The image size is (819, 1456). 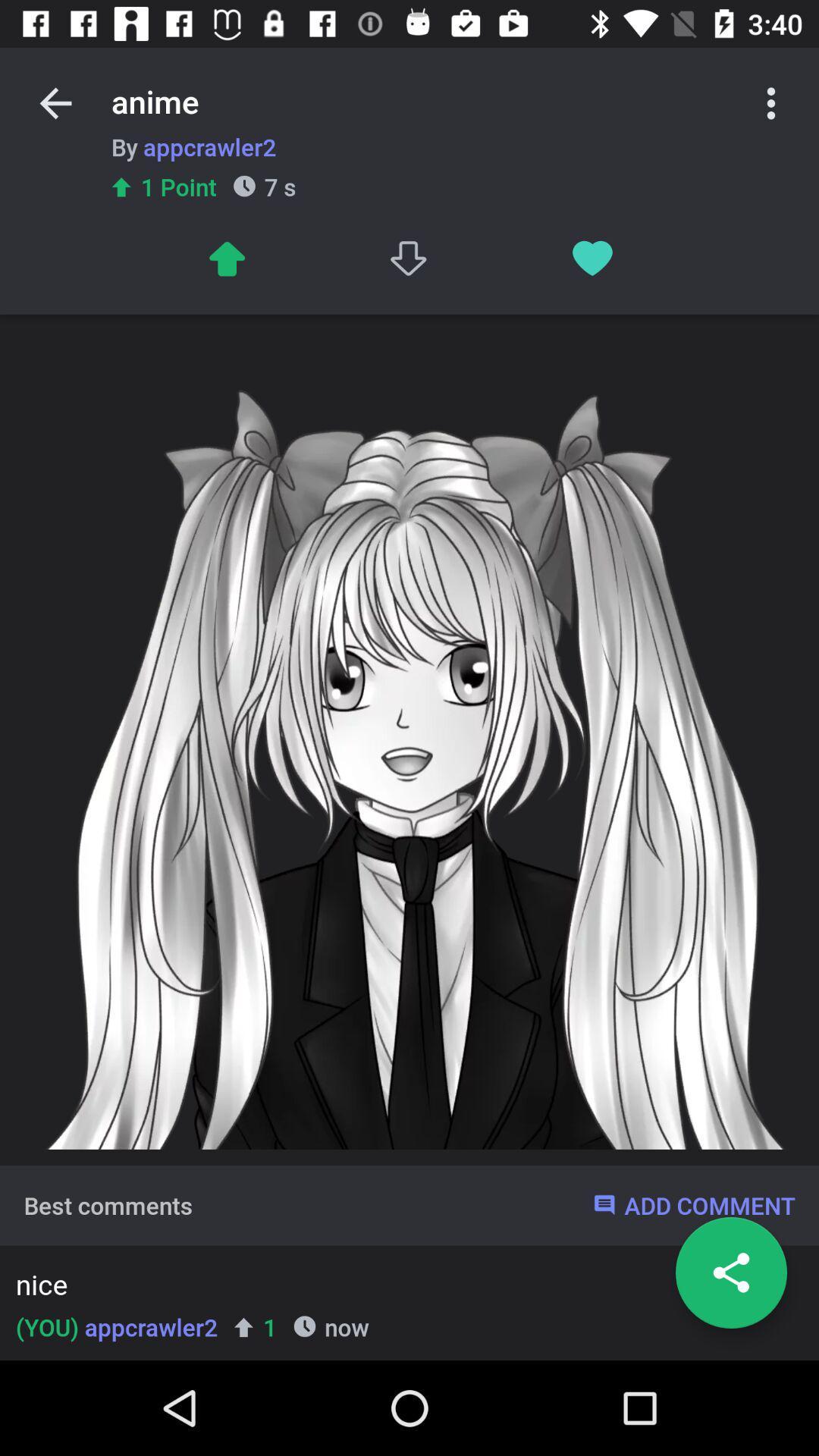 I want to click on item above now, so click(x=404, y=1287).